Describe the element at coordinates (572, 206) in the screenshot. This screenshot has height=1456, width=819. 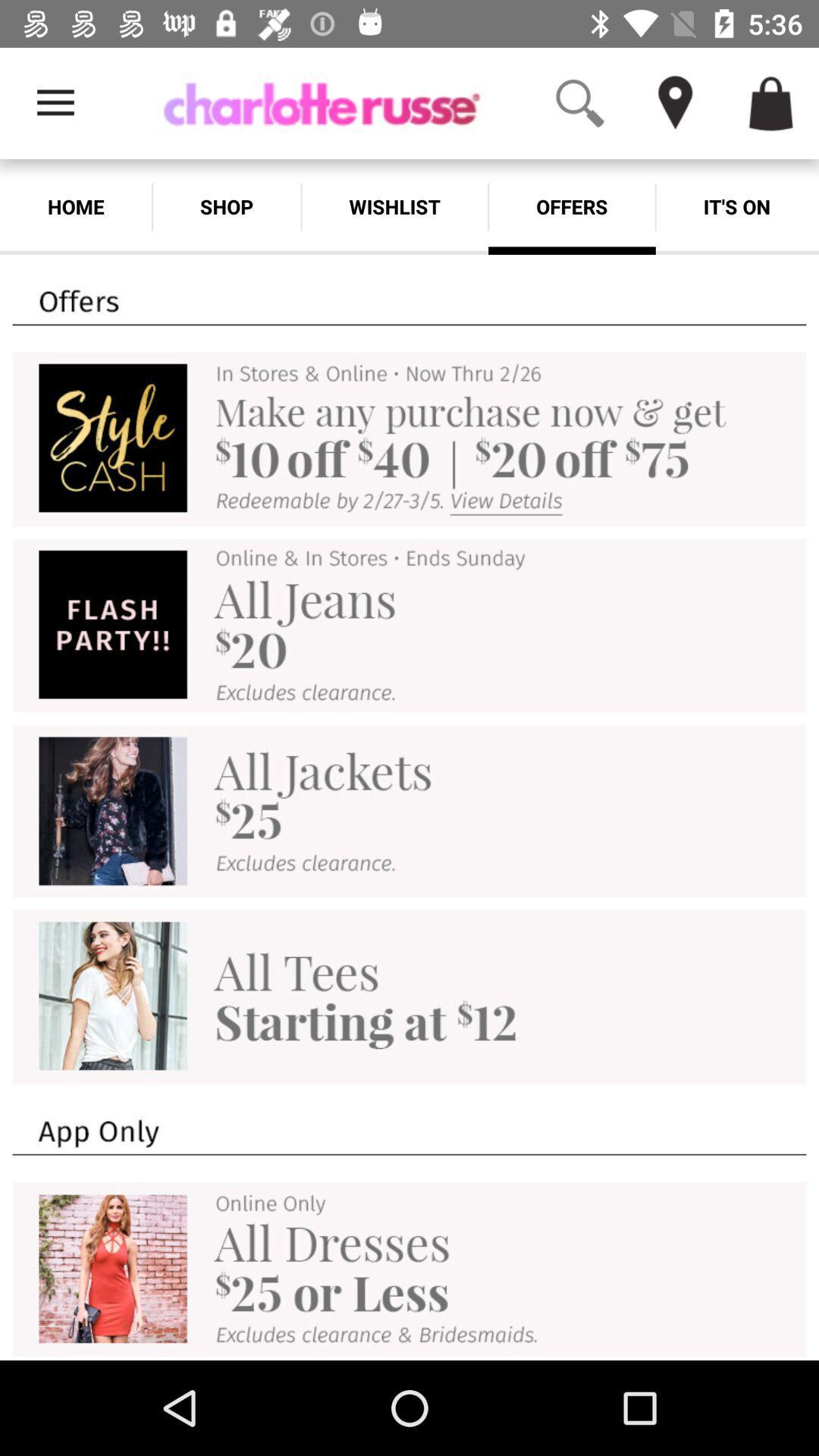
I see `the offers` at that location.